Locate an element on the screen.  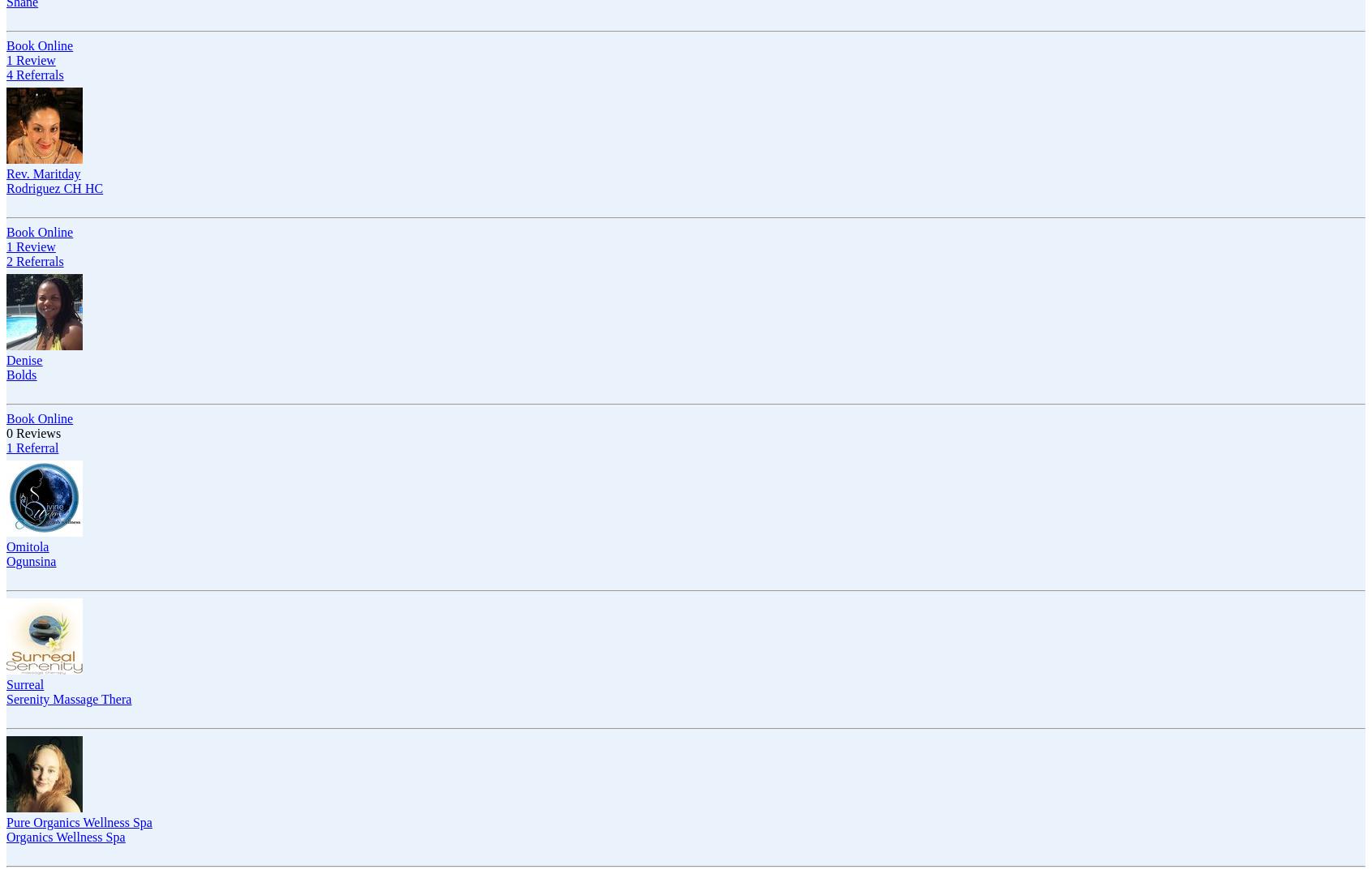
'Surreal' is located at coordinates (24, 684).